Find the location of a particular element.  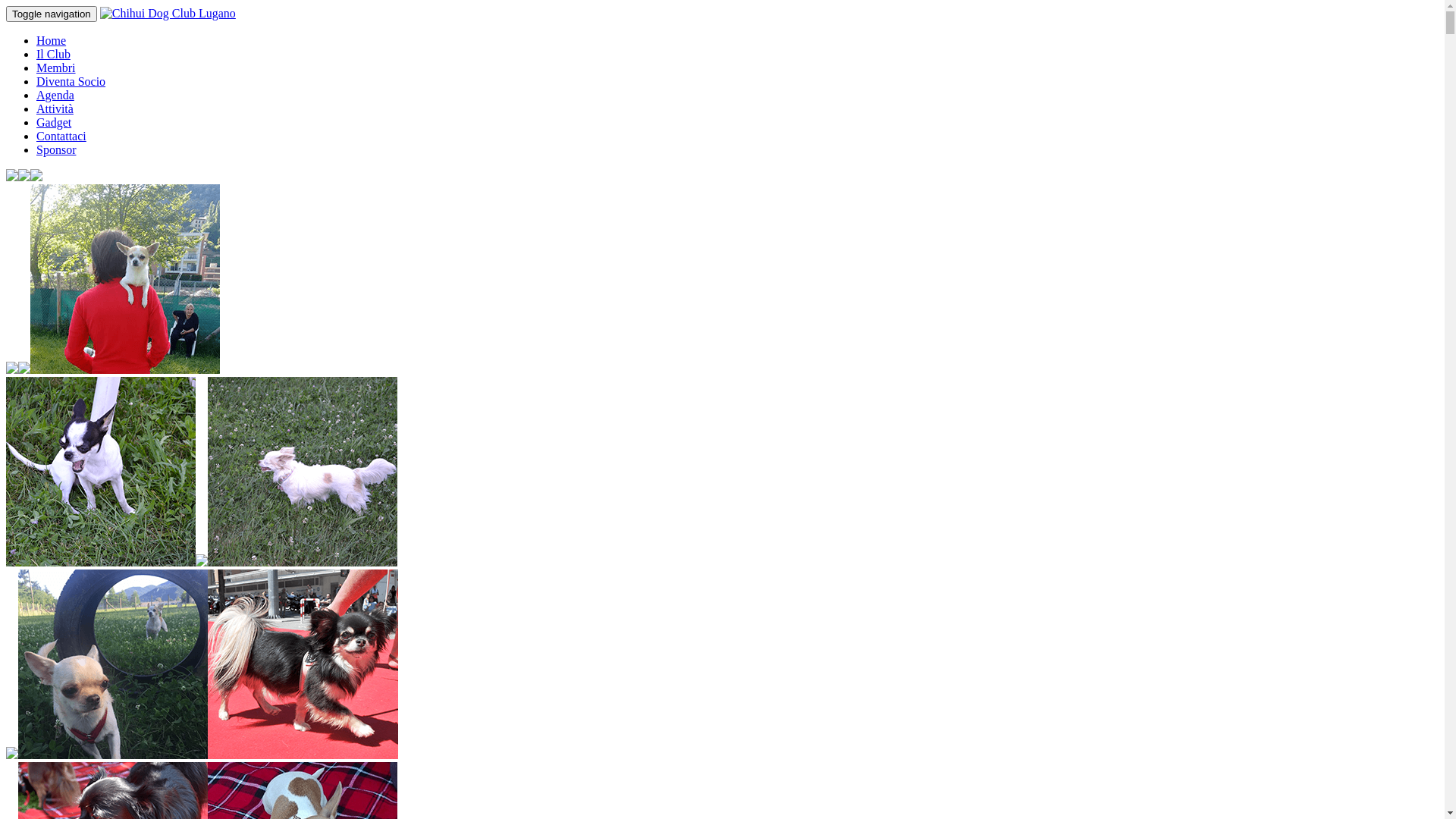

'Gadget' is located at coordinates (36, 121).